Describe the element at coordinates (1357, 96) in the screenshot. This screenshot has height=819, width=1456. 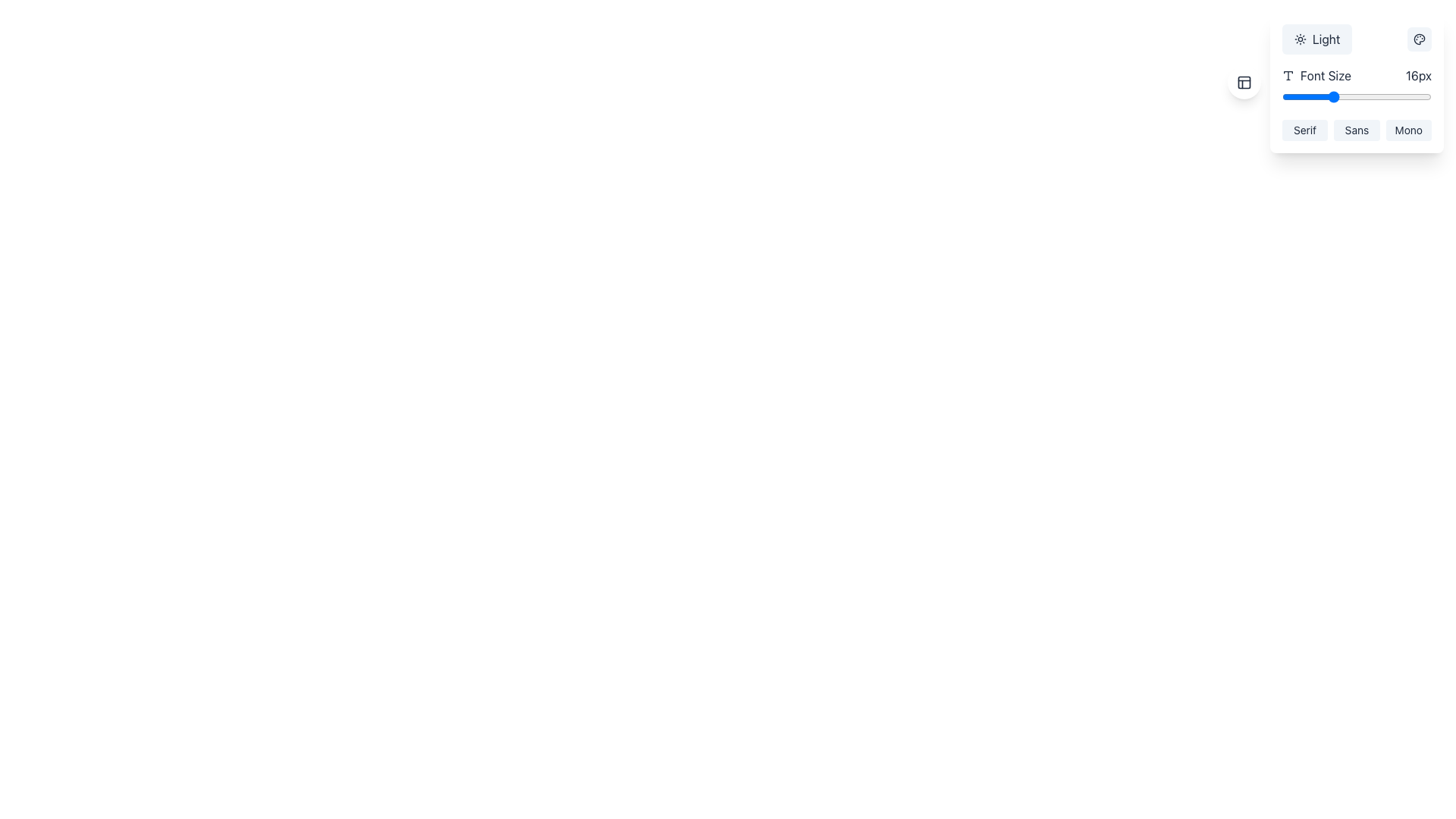
I see `font size` at that location.